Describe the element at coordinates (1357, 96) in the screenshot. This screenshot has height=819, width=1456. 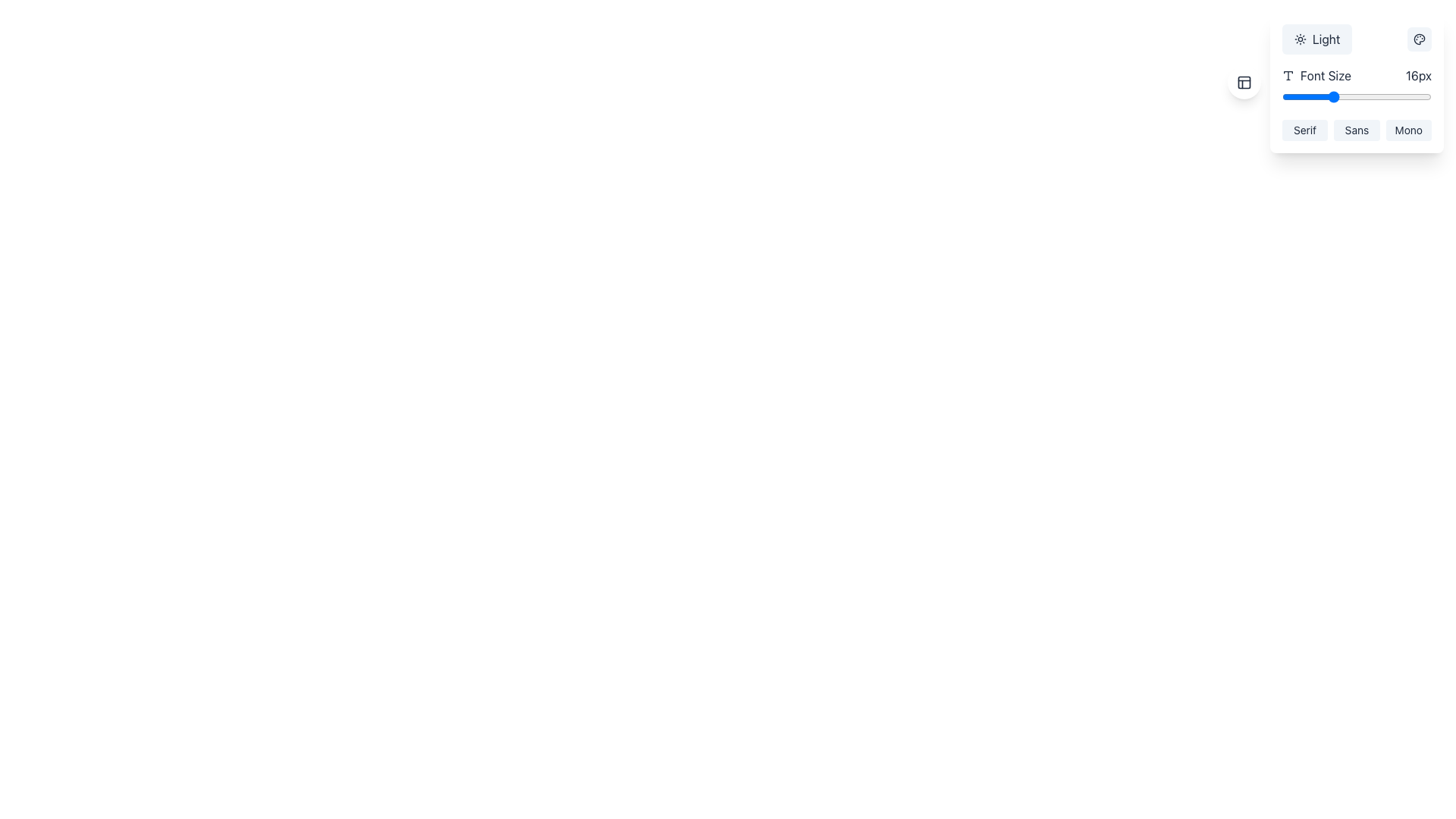
I see `font size` at that location.